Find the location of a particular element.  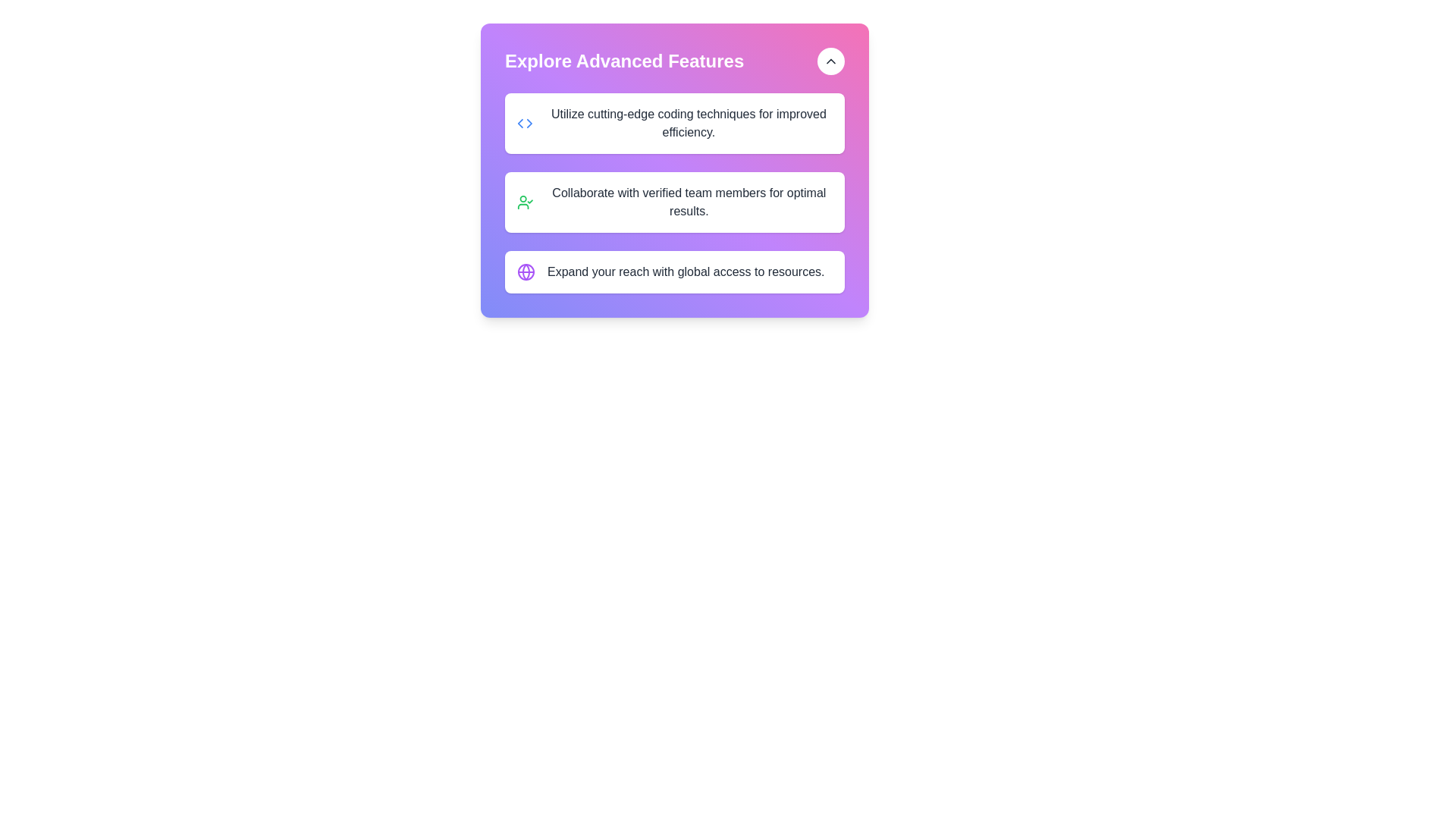

the header titled 'Explore Advanced Features' which is a horizontal bar with a gradient background transitioning from purple to pink is located at coordinates (673, 61).